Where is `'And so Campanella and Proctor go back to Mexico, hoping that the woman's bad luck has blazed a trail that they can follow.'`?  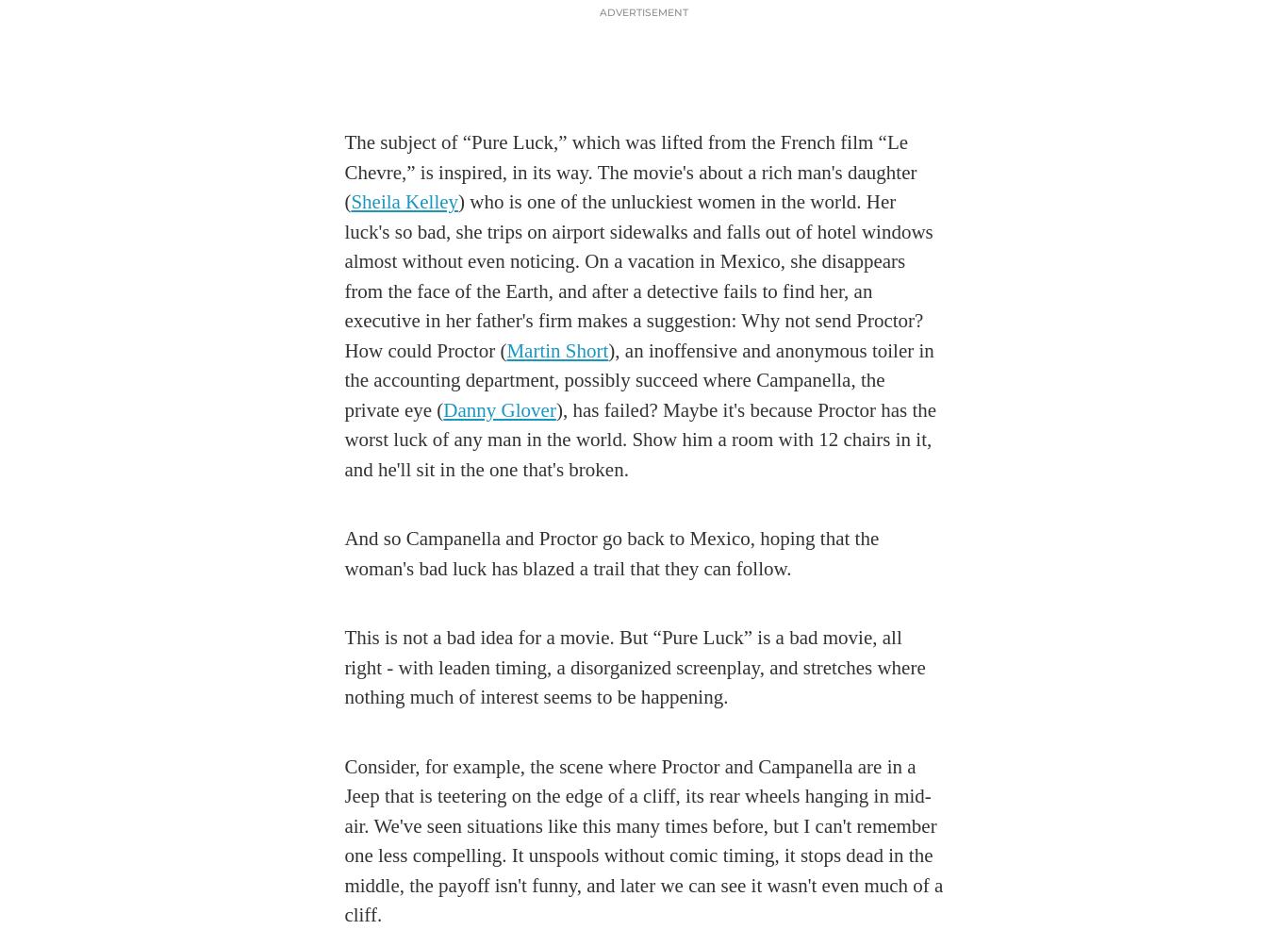
'And so Campanella and Proctor go back to Mexico, hoping that the woman's bad luck has blazed a trail that they can follow.' is located at coordinates (610, 553).